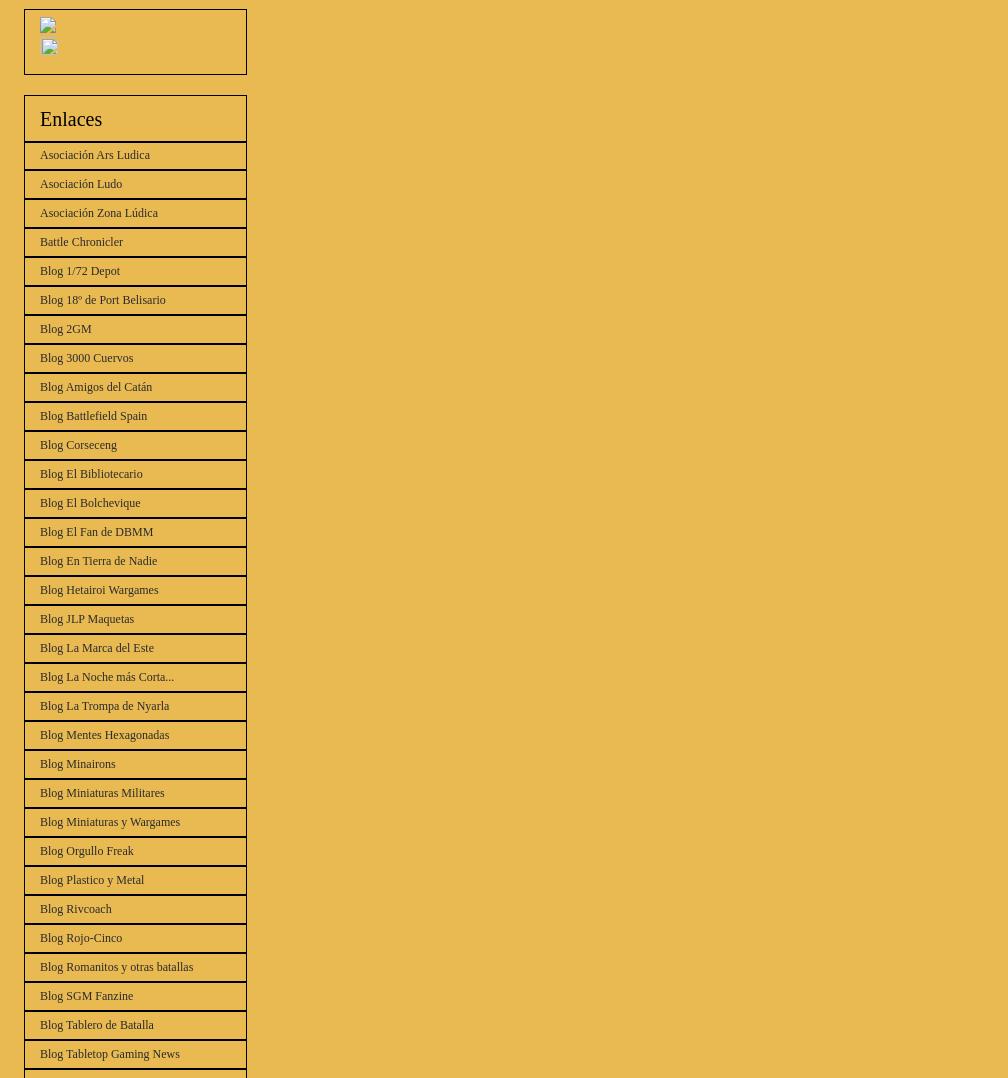  Describe the element at coordinates (102, 791) in the screenshot. I see `'Blog Miniaturas Militares'` at that location.